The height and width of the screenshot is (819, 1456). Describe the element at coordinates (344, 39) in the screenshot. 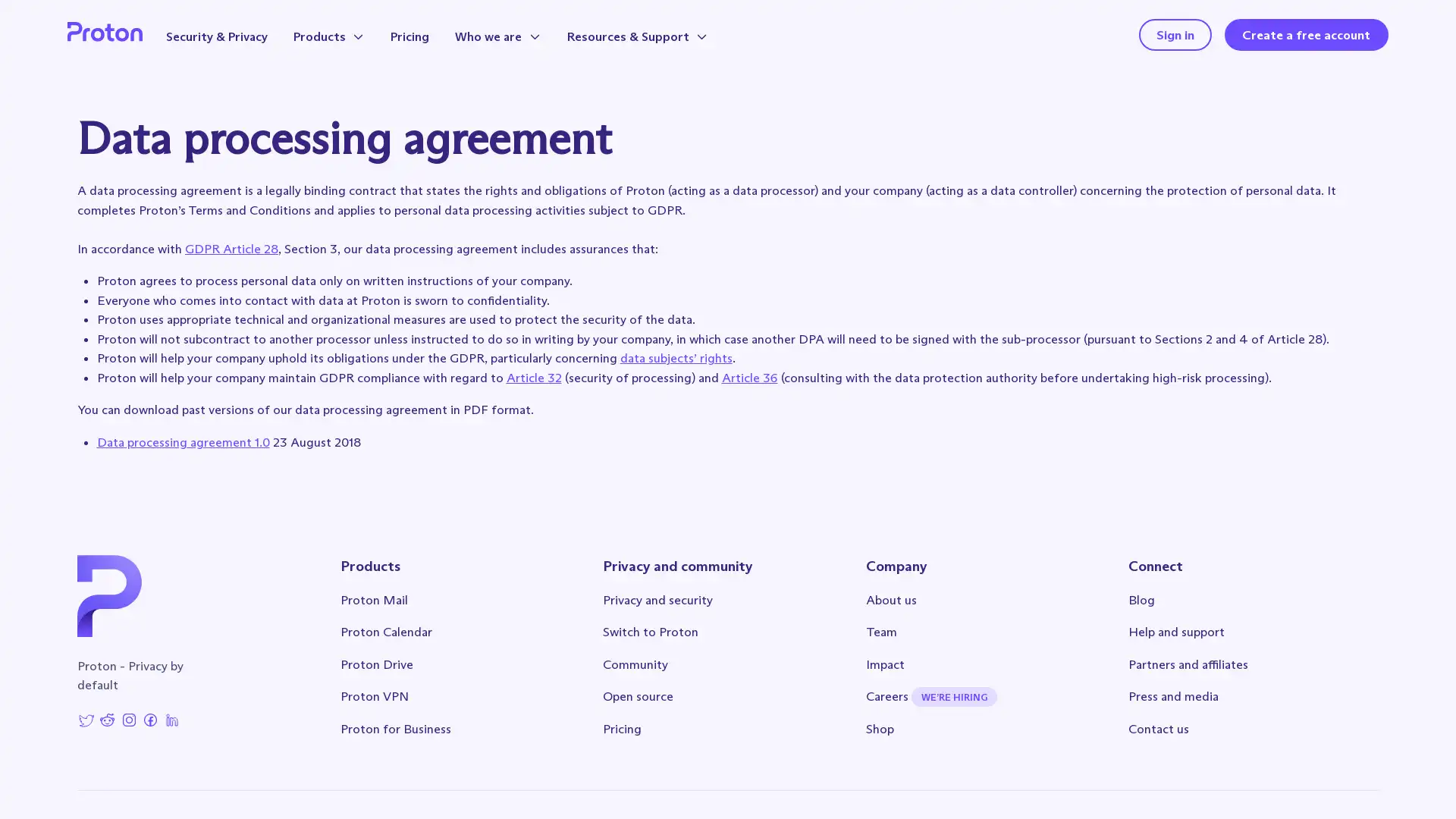

I see `Products` at that location.